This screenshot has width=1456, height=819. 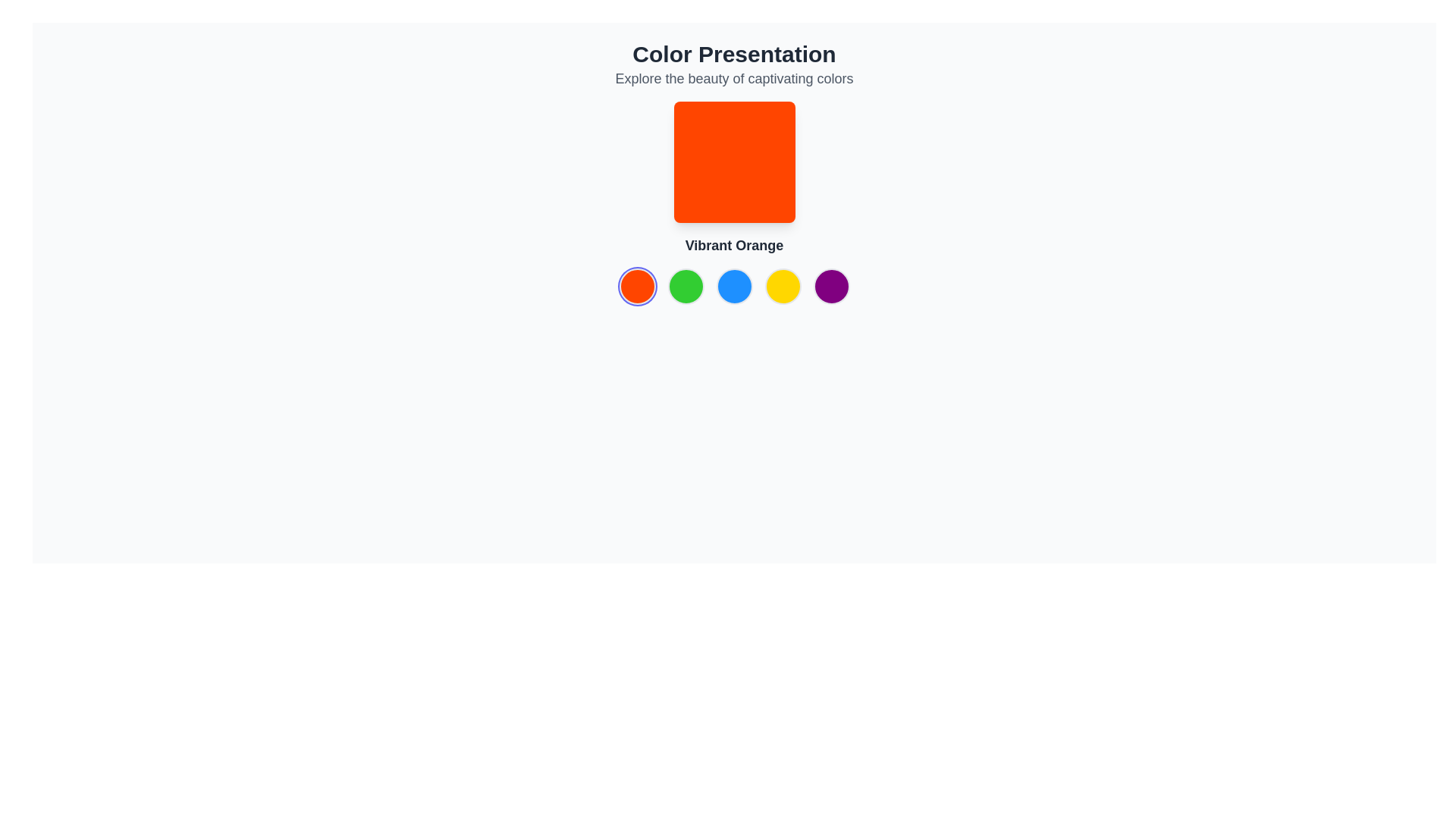 I want to click on the third circular button from the left, so click(x=734, y=287).